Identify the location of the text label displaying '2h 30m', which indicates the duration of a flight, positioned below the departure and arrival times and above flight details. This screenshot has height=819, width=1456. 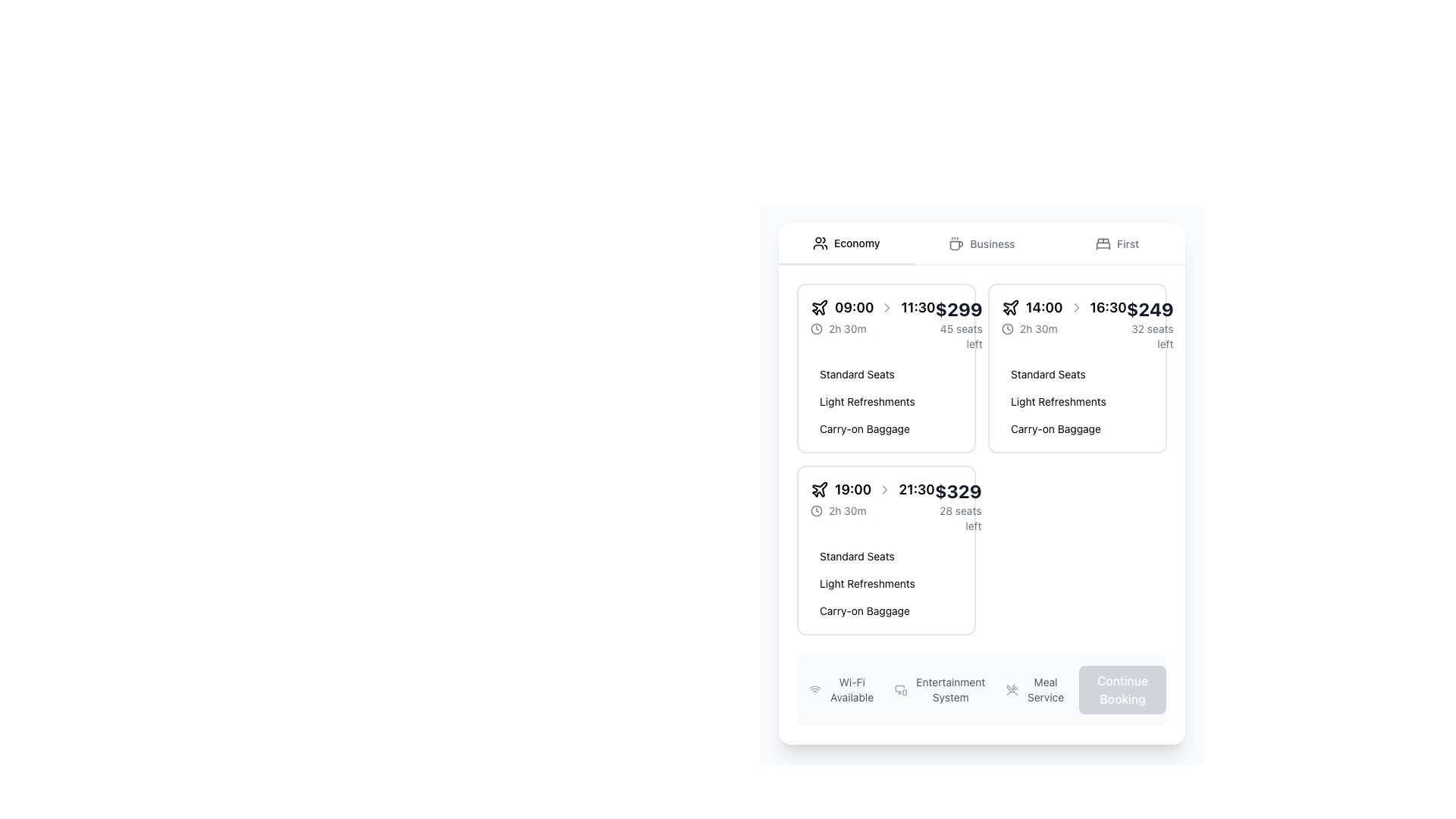
(846, 511).